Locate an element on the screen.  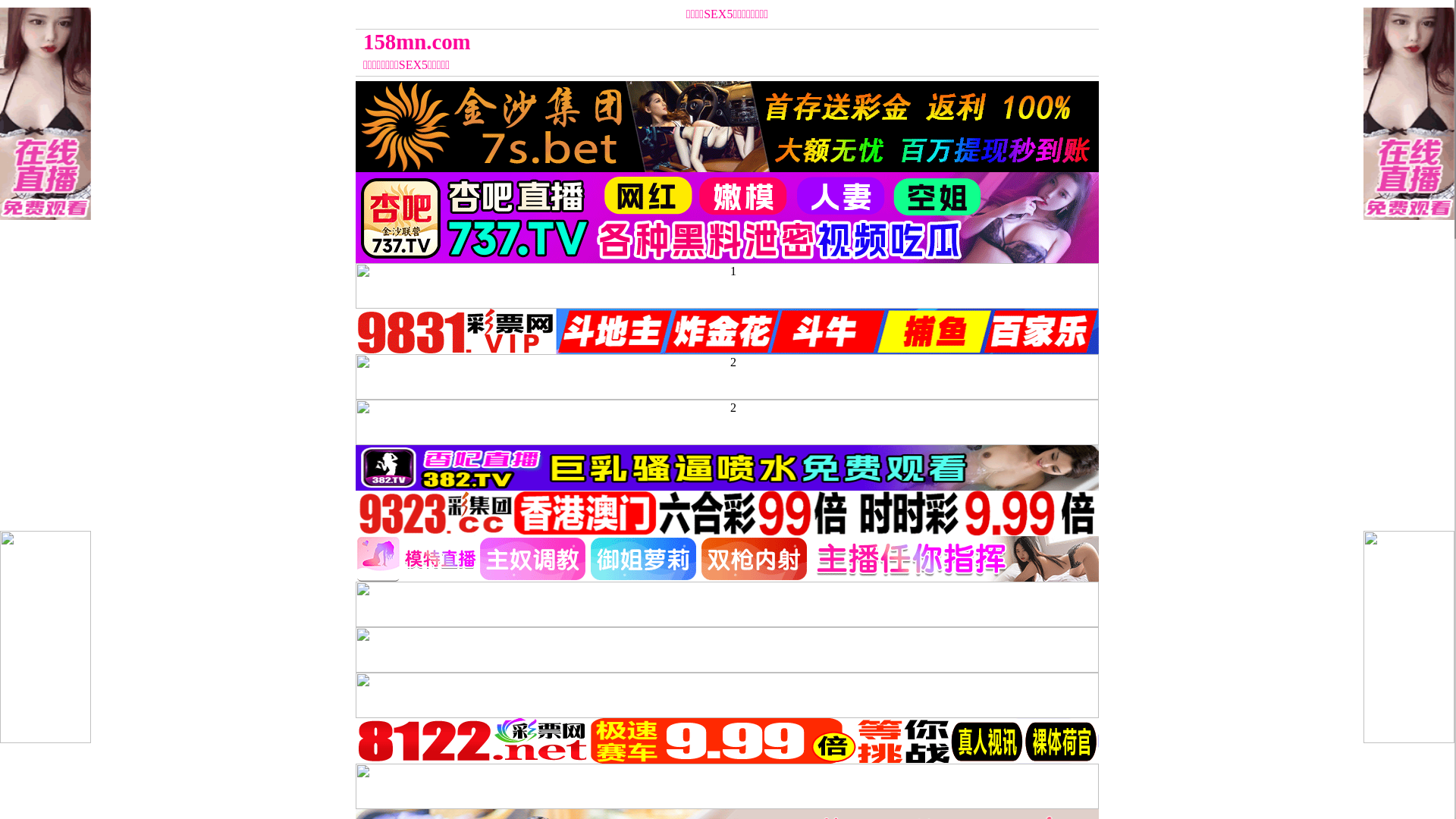
'158mn.com' is located at coordinates (634, 41).